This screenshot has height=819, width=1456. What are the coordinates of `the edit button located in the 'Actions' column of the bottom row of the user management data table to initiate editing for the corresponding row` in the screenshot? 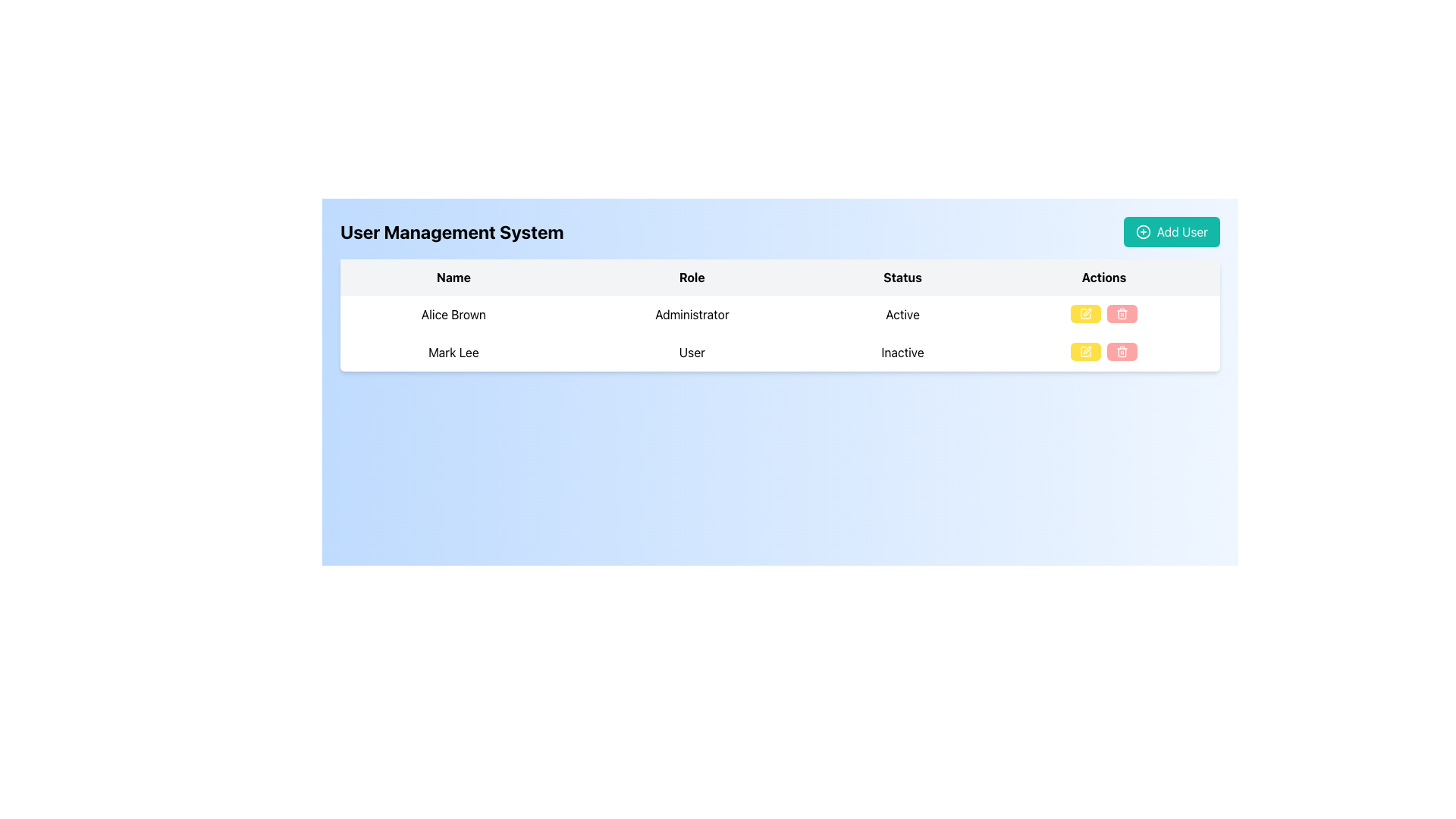 It's located at (1084, 351).